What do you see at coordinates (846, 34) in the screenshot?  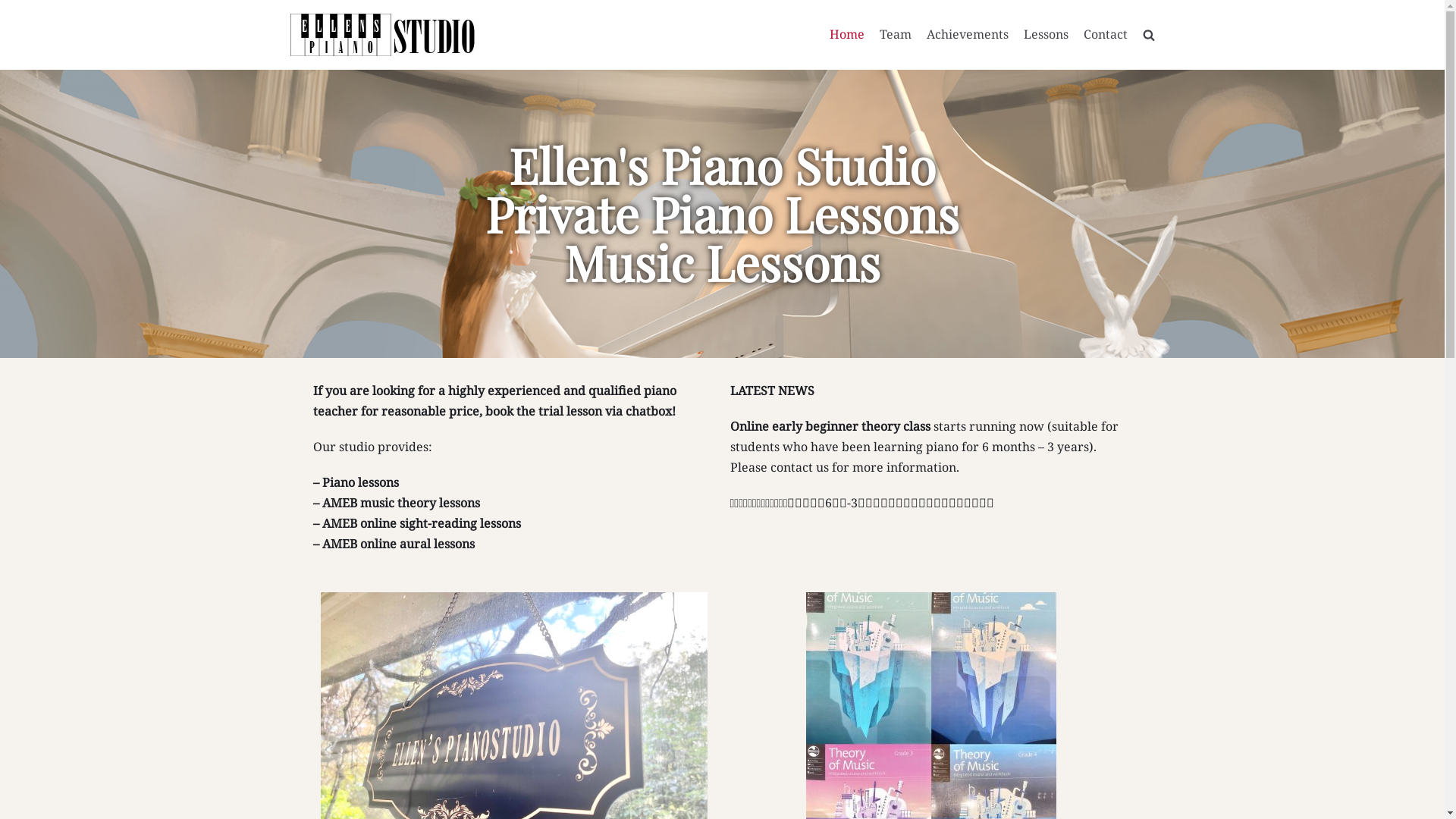 I see `'Home'` at bounding box center [846, 34].